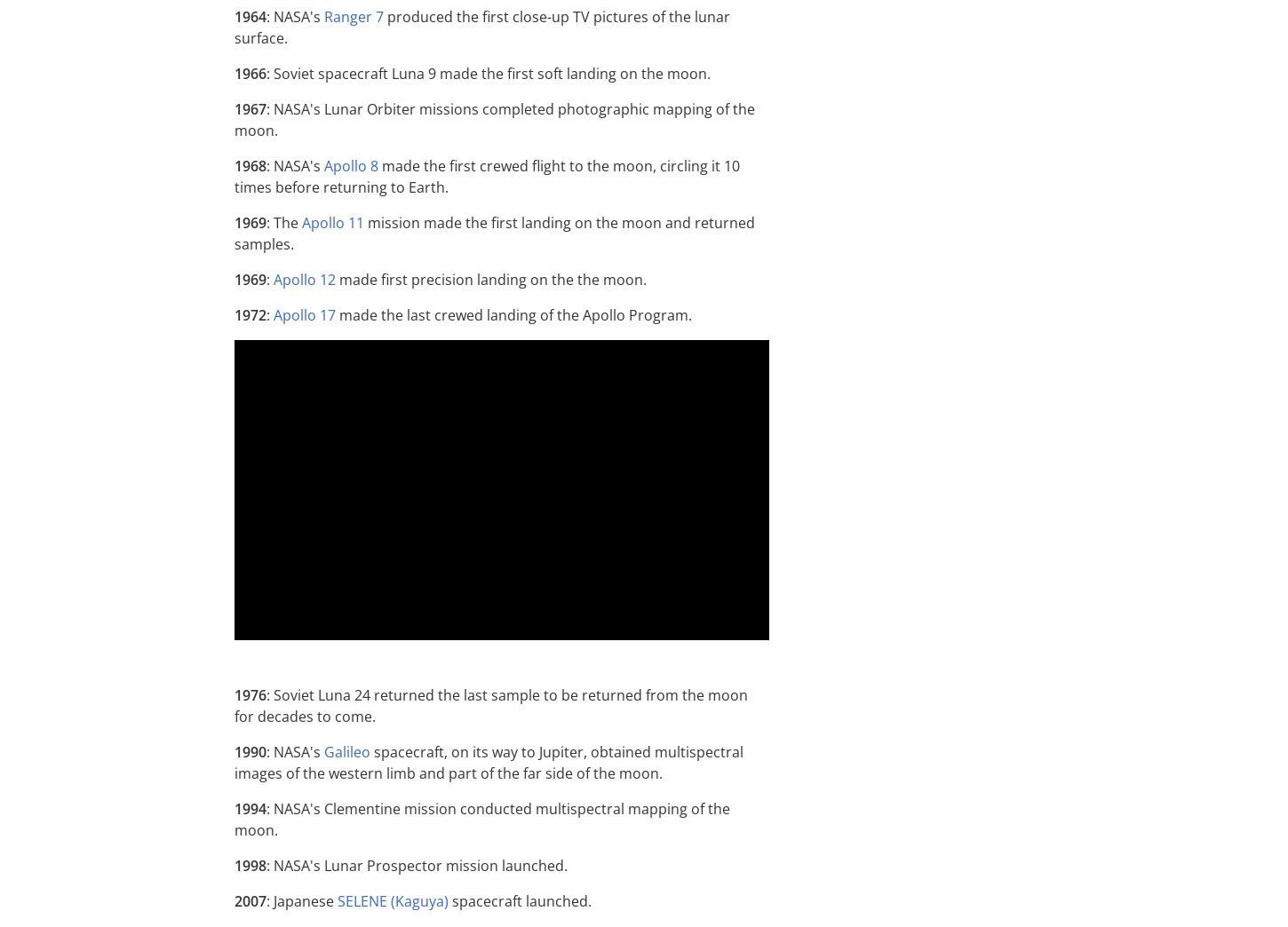  I want to click on 'Apollo 11', so click(331, 222).